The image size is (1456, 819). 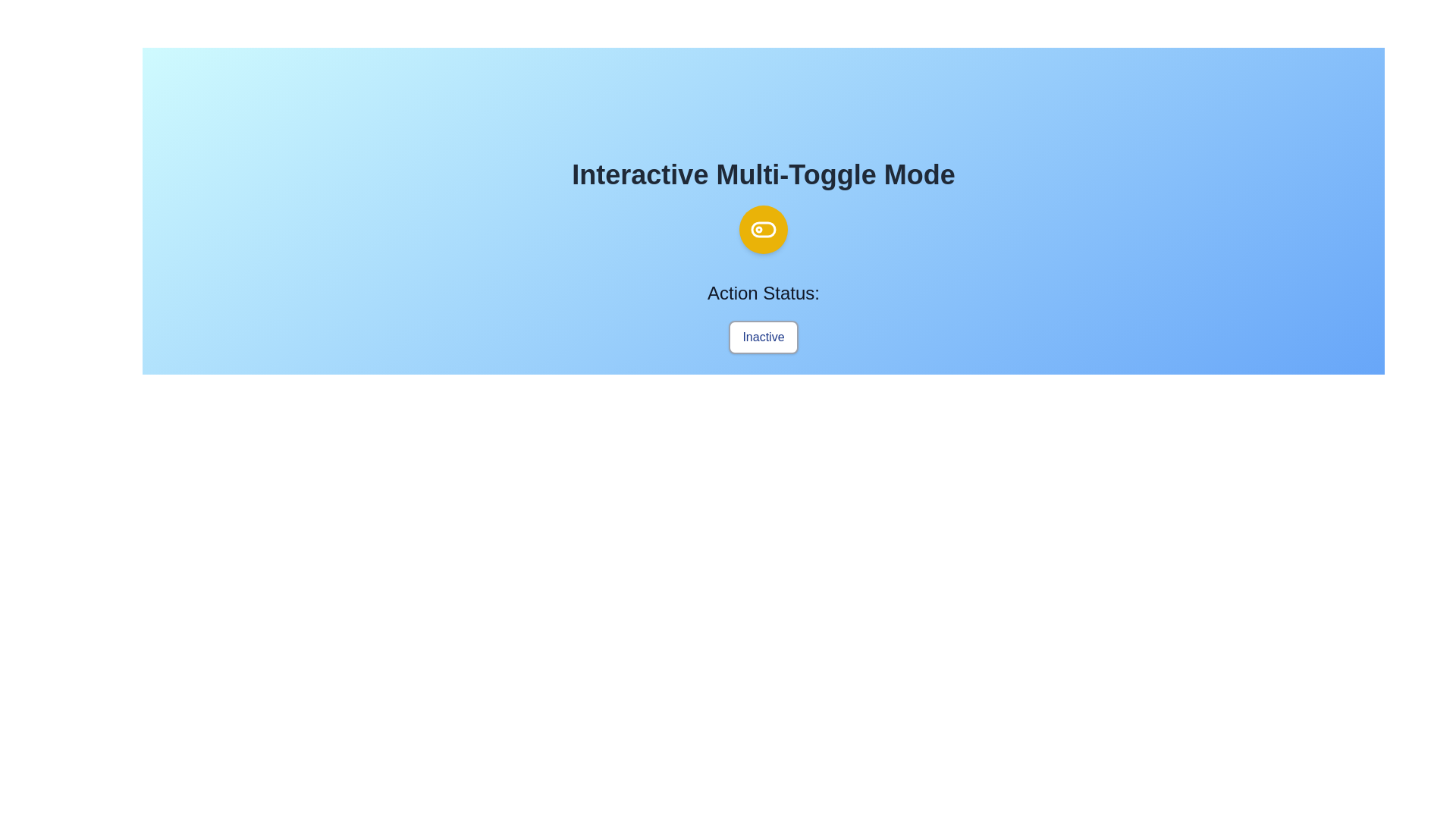 What do you see at coordinates (764, 230) in the screenshot?
I see `the circular button to toggle its state` at bounding box center [764, 230].